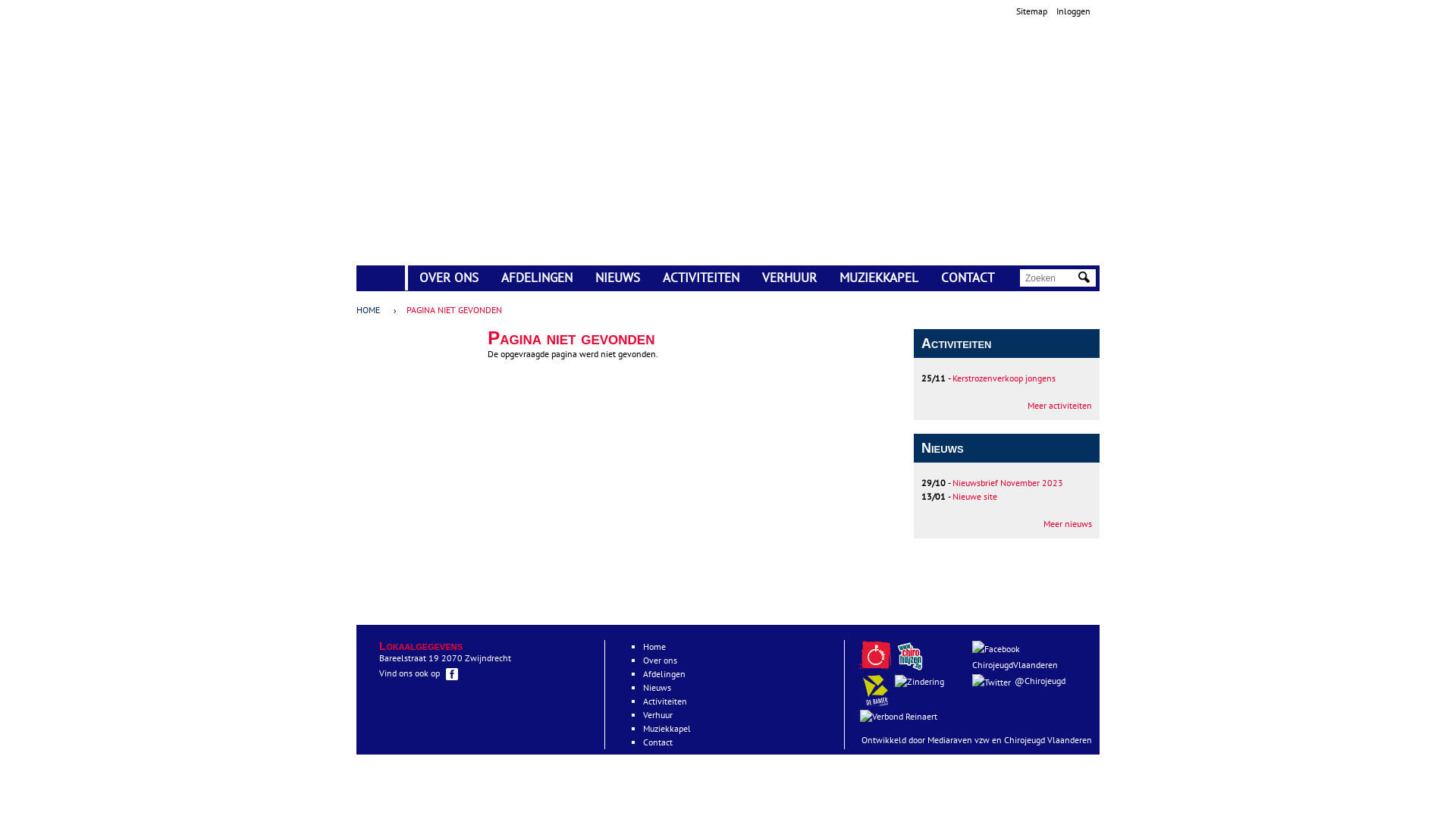 This screenshot has width=1456, height=819. What do you see at coordinates (1072, 11) in the screenshot?
I see `'Inloggen'` at bounding box center [1072, 11].